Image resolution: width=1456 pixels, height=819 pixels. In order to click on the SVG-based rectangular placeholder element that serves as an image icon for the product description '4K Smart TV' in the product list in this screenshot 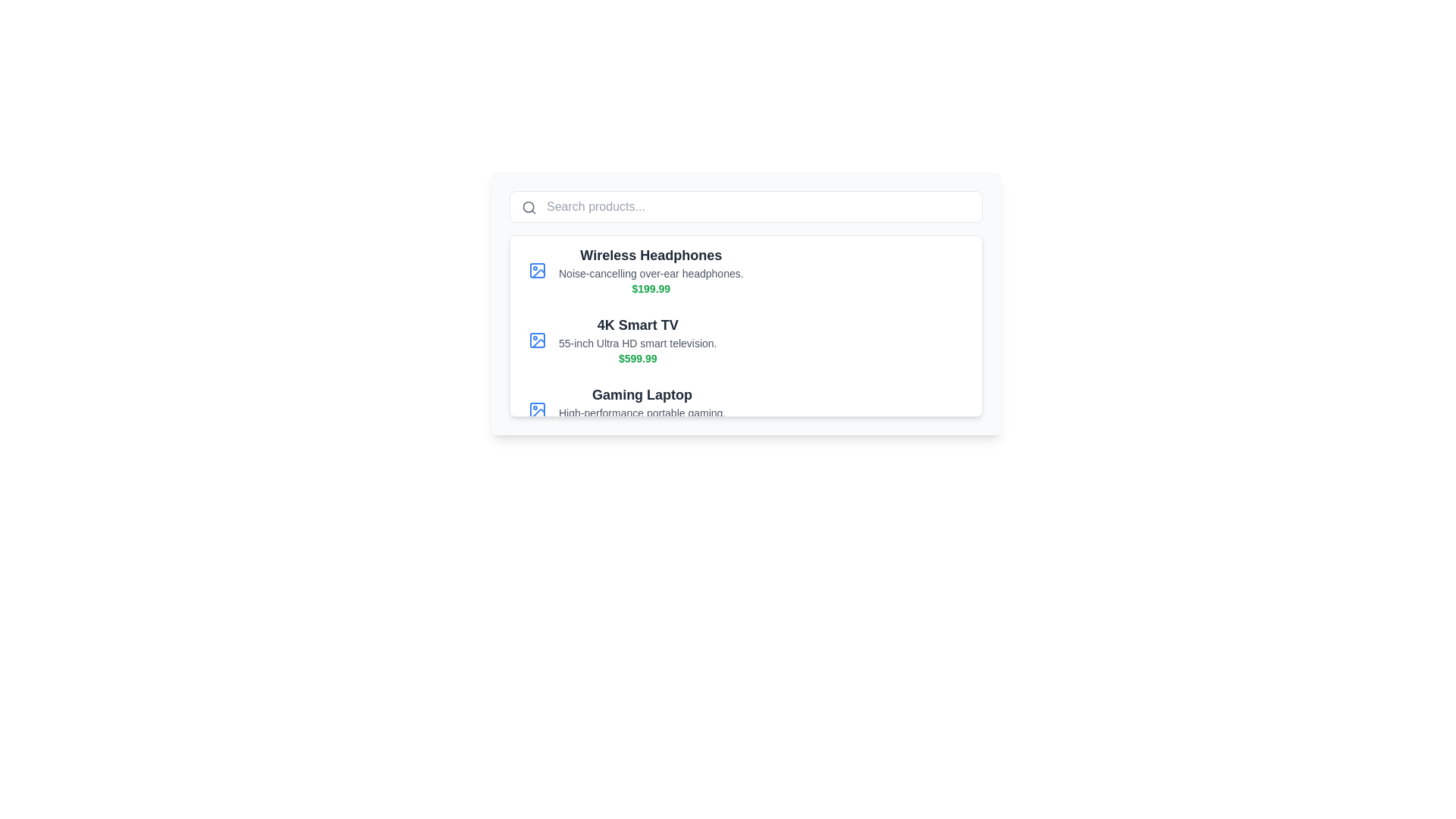, I will do `click(538, 270)`.